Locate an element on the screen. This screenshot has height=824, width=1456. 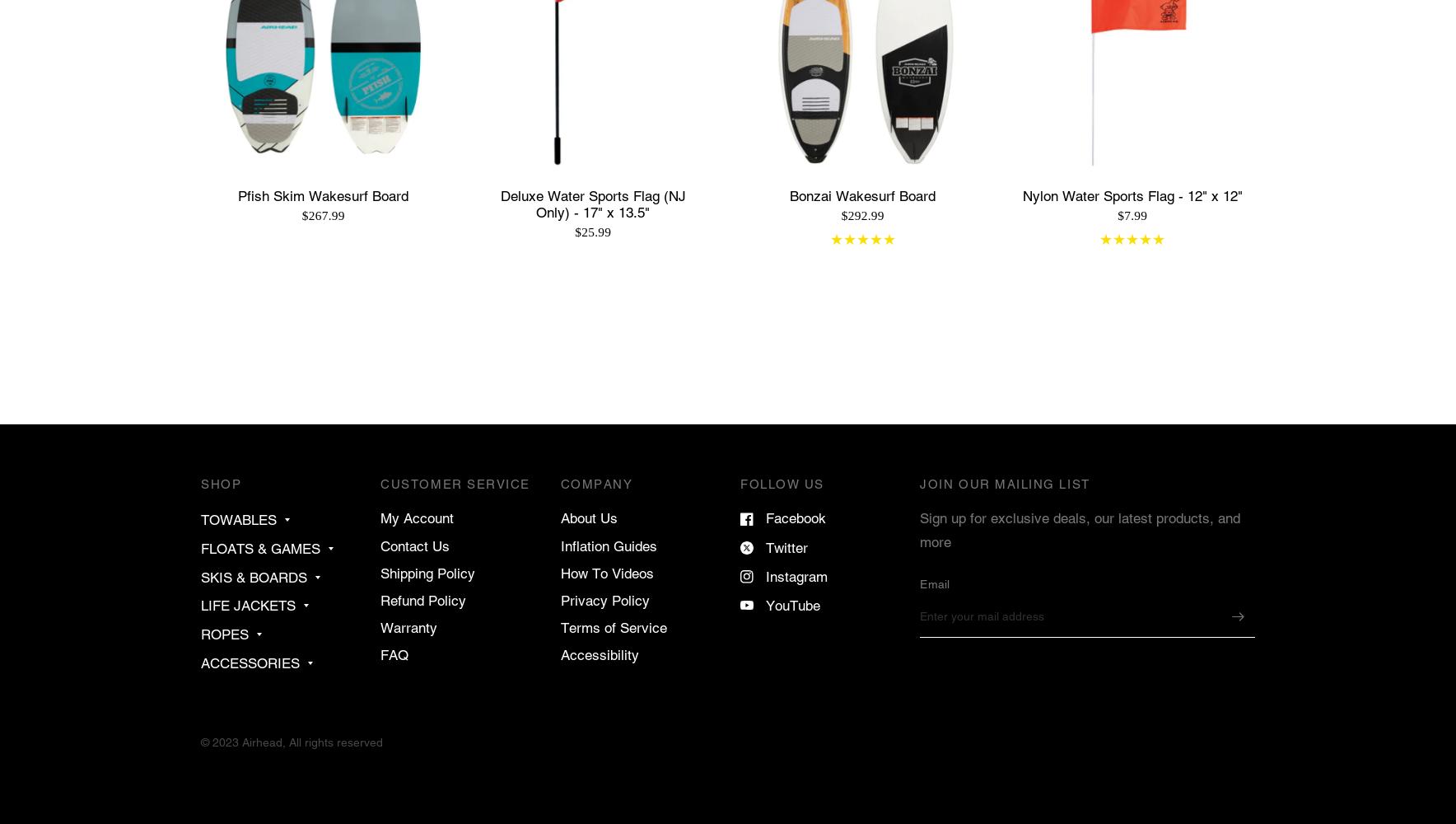
'ACCESSORIES' is located at coordinates (250, 662).